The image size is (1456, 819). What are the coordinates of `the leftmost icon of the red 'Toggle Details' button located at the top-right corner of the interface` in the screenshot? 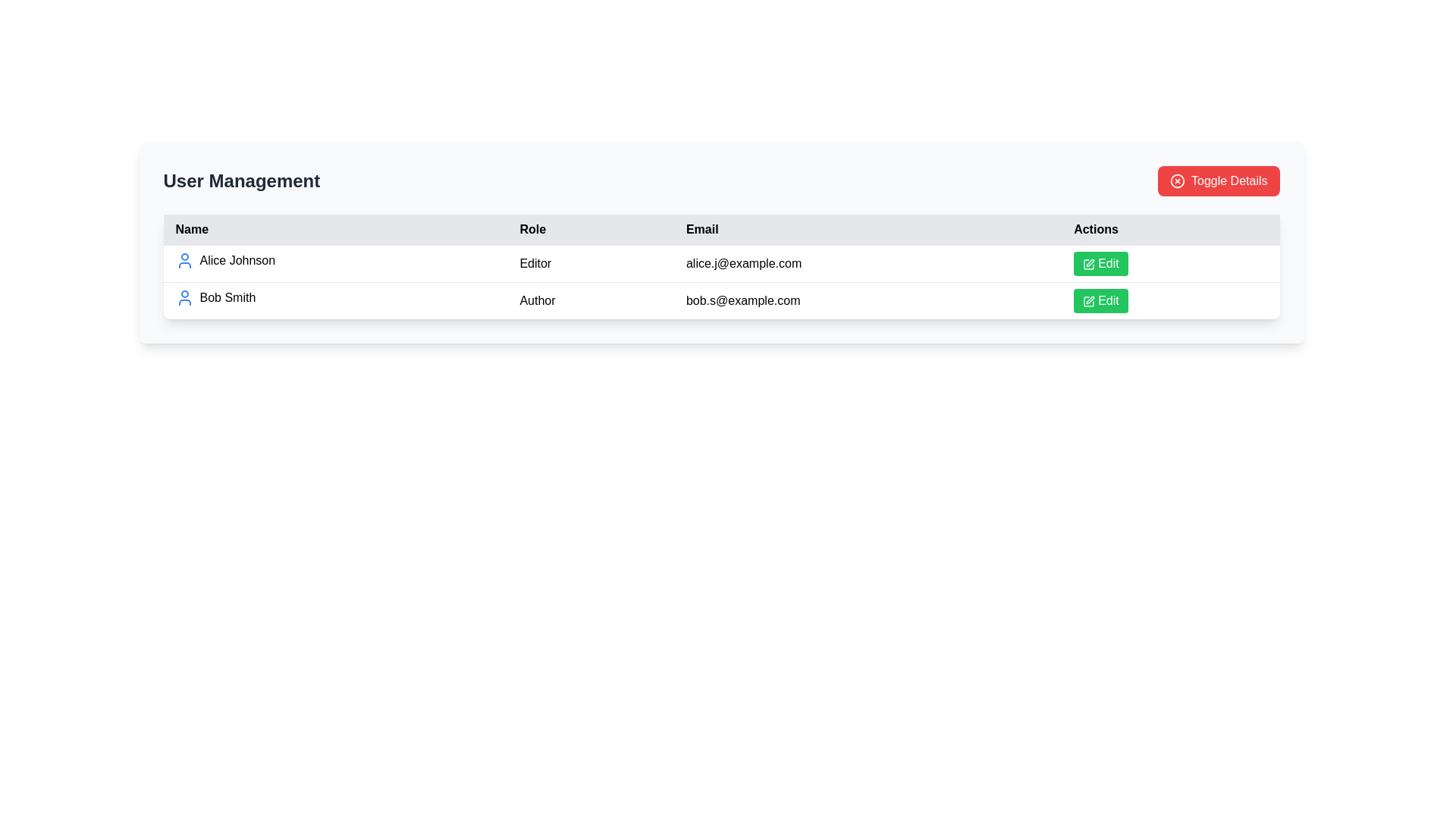 It's located at (1177, 180).